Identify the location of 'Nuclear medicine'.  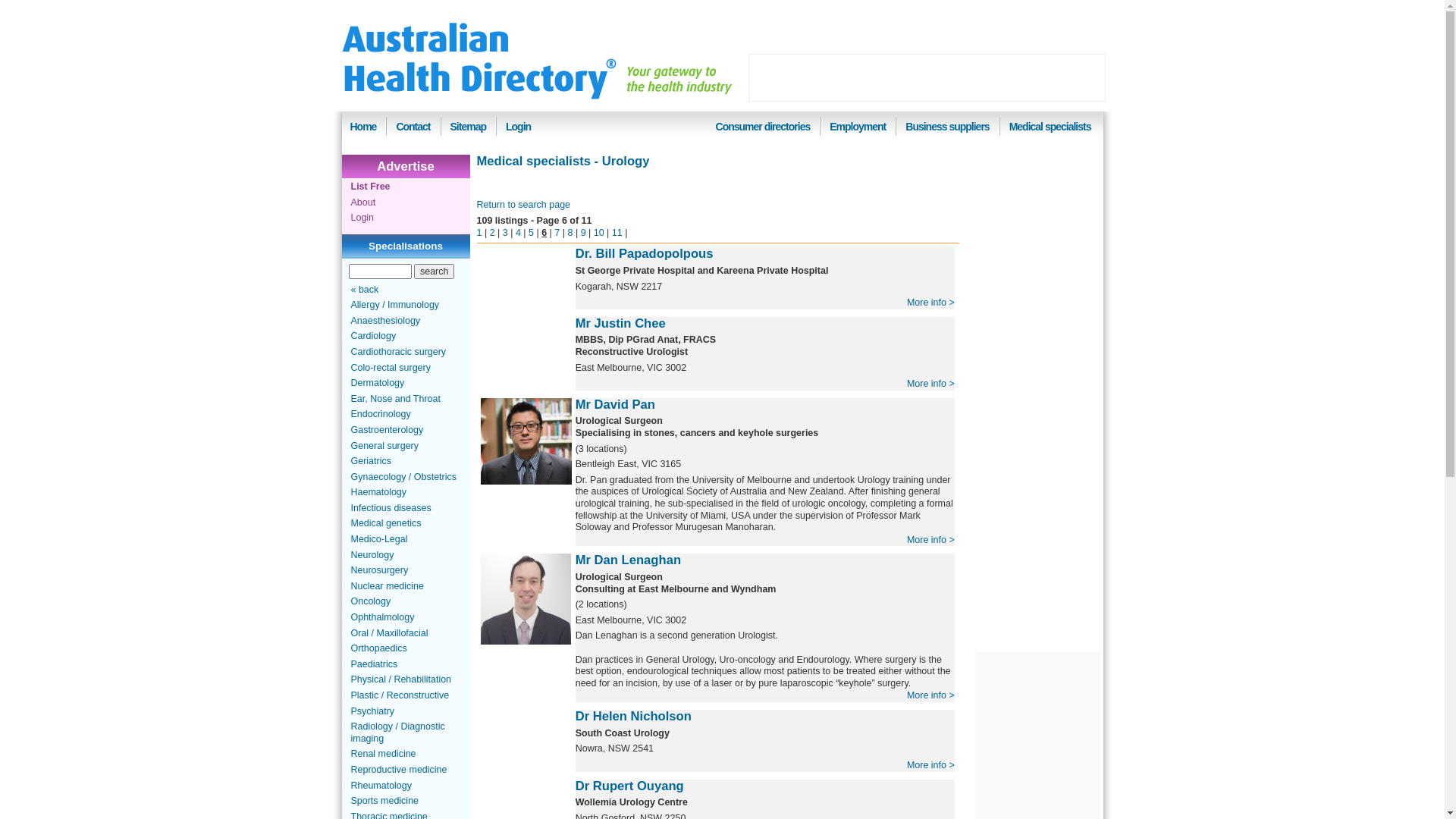
(349, 585).